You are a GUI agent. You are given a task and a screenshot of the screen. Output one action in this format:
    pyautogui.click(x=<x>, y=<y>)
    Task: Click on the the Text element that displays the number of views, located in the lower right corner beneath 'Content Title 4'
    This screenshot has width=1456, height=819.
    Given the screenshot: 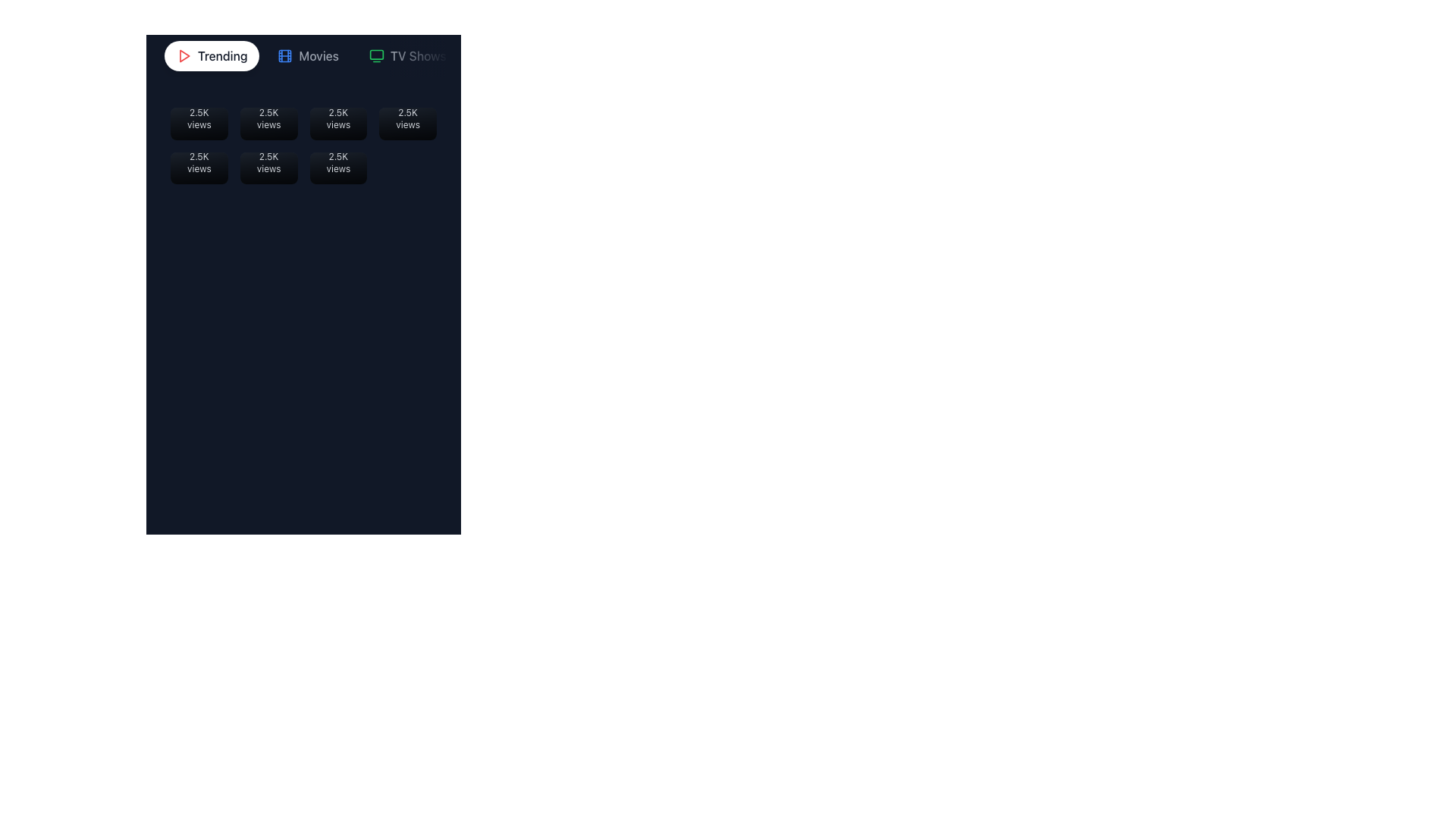 What is the action you would take?
    pyautogui.click(x=408, y=118)
    